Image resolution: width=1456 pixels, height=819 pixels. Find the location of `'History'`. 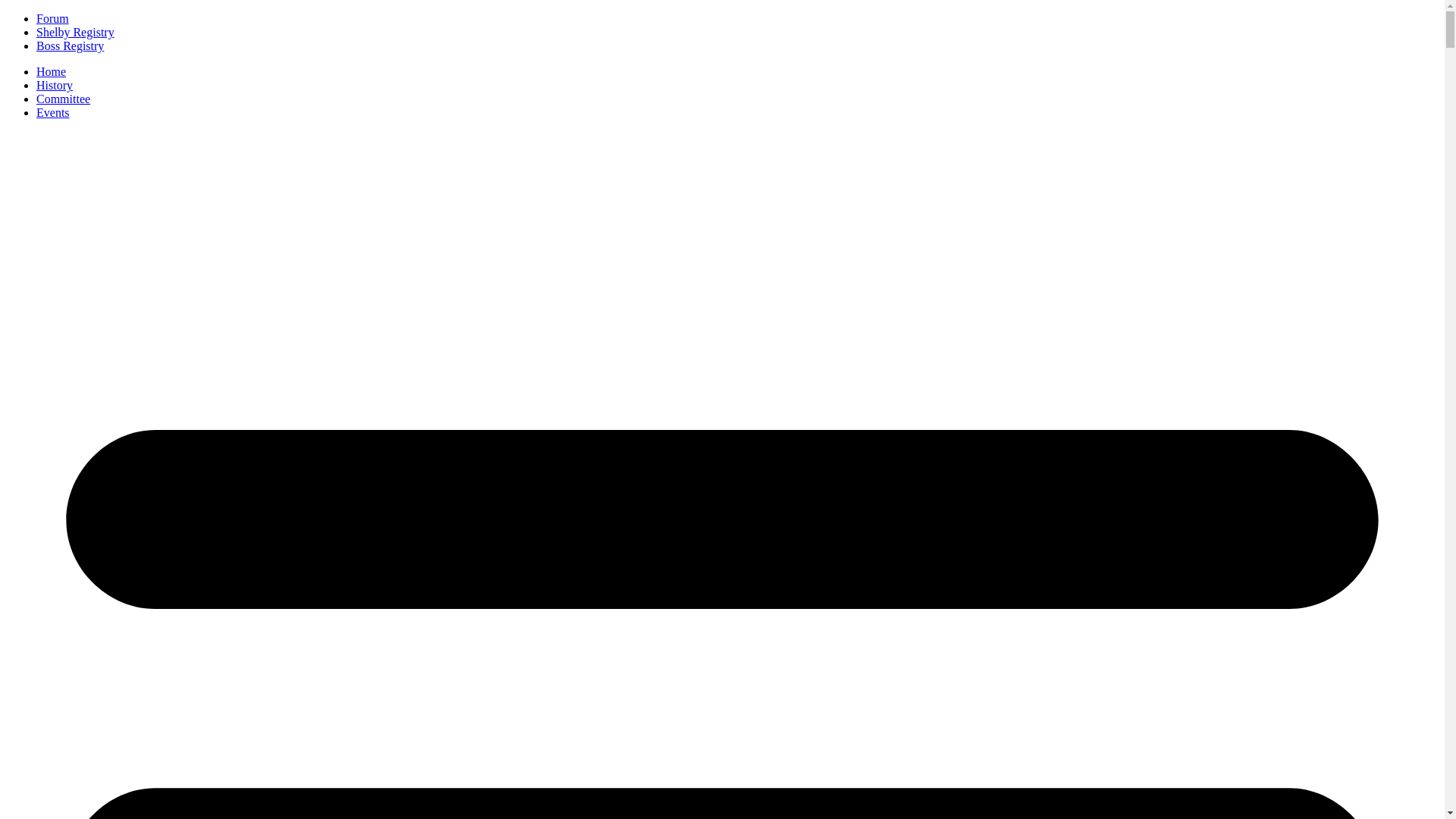

'History' is located at coordinates (36, 85).